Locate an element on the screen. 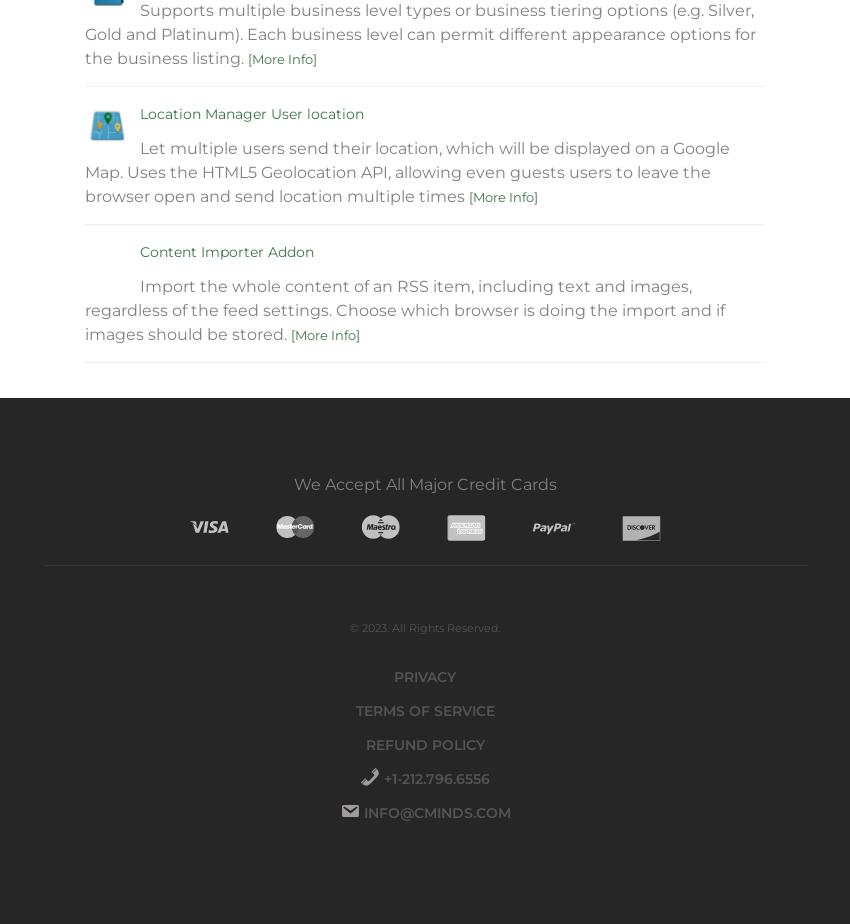 This screenshot has width=850, height=924. '© 2023. All Rights Reserved.' is located at coordinates (425, 628).